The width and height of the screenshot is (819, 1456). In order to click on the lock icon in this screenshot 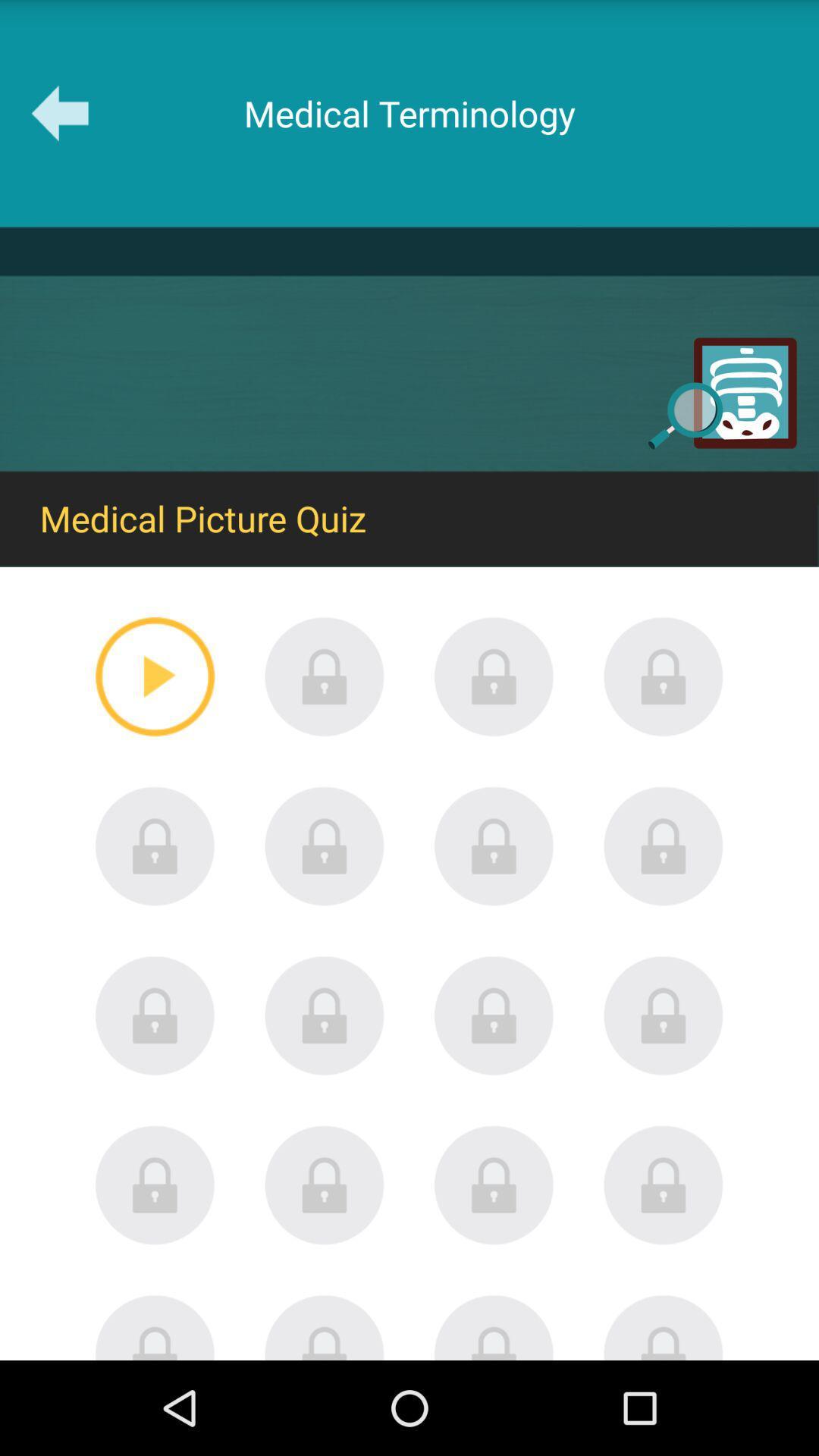, I will do `click(494, 905)`.